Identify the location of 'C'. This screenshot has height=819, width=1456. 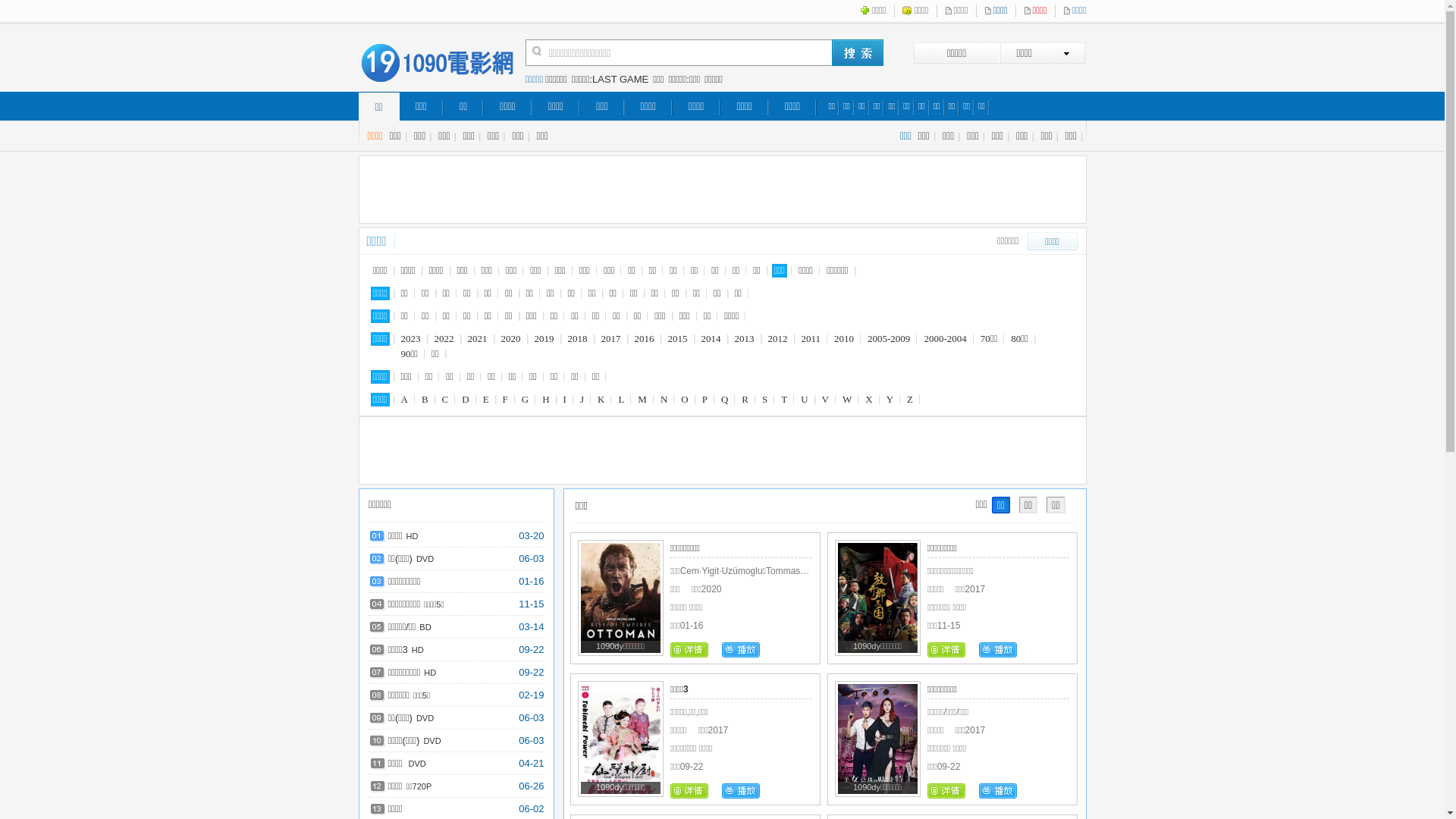
(444, 399).